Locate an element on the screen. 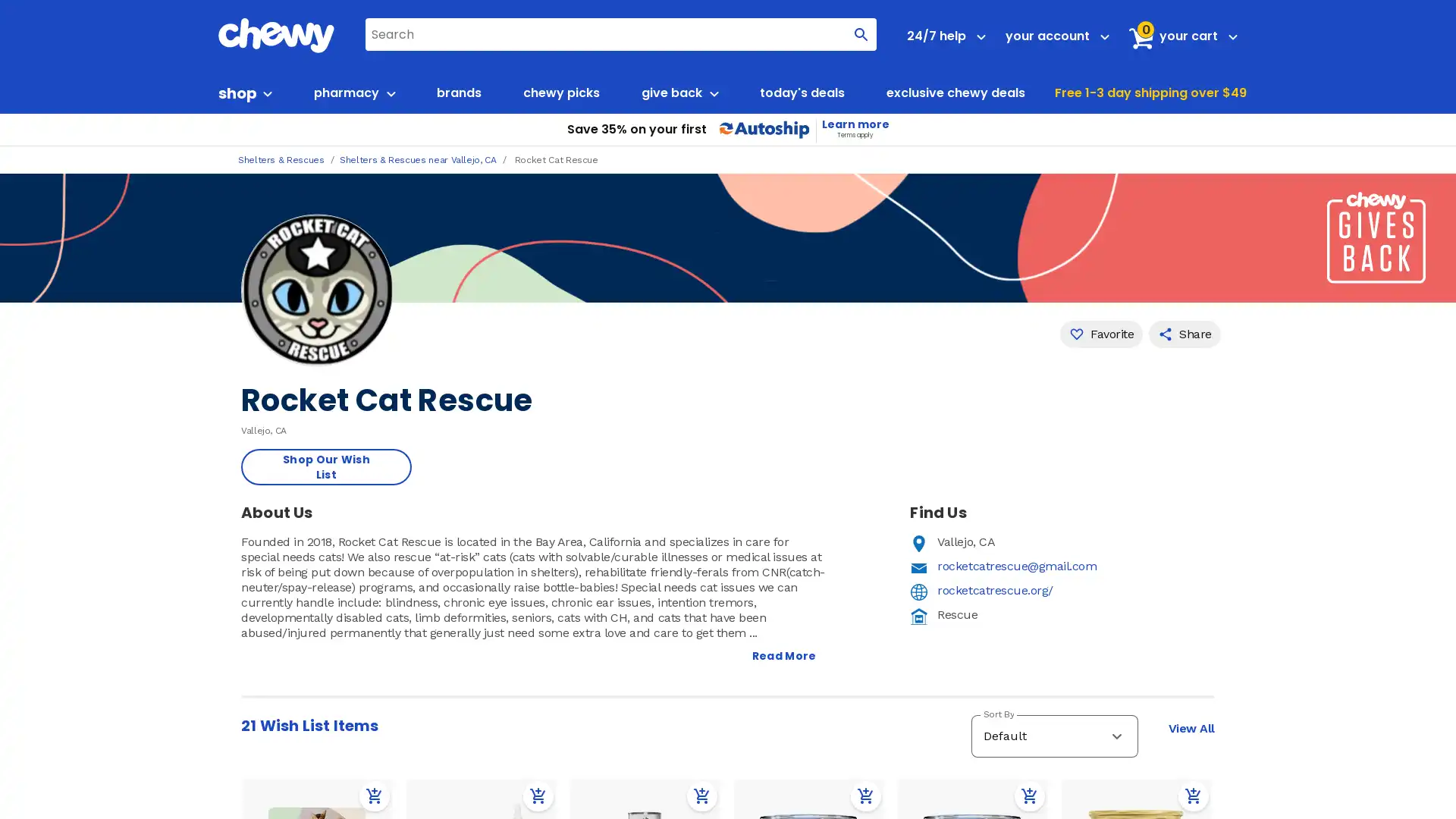  shop is located at coordinates (244, 93).